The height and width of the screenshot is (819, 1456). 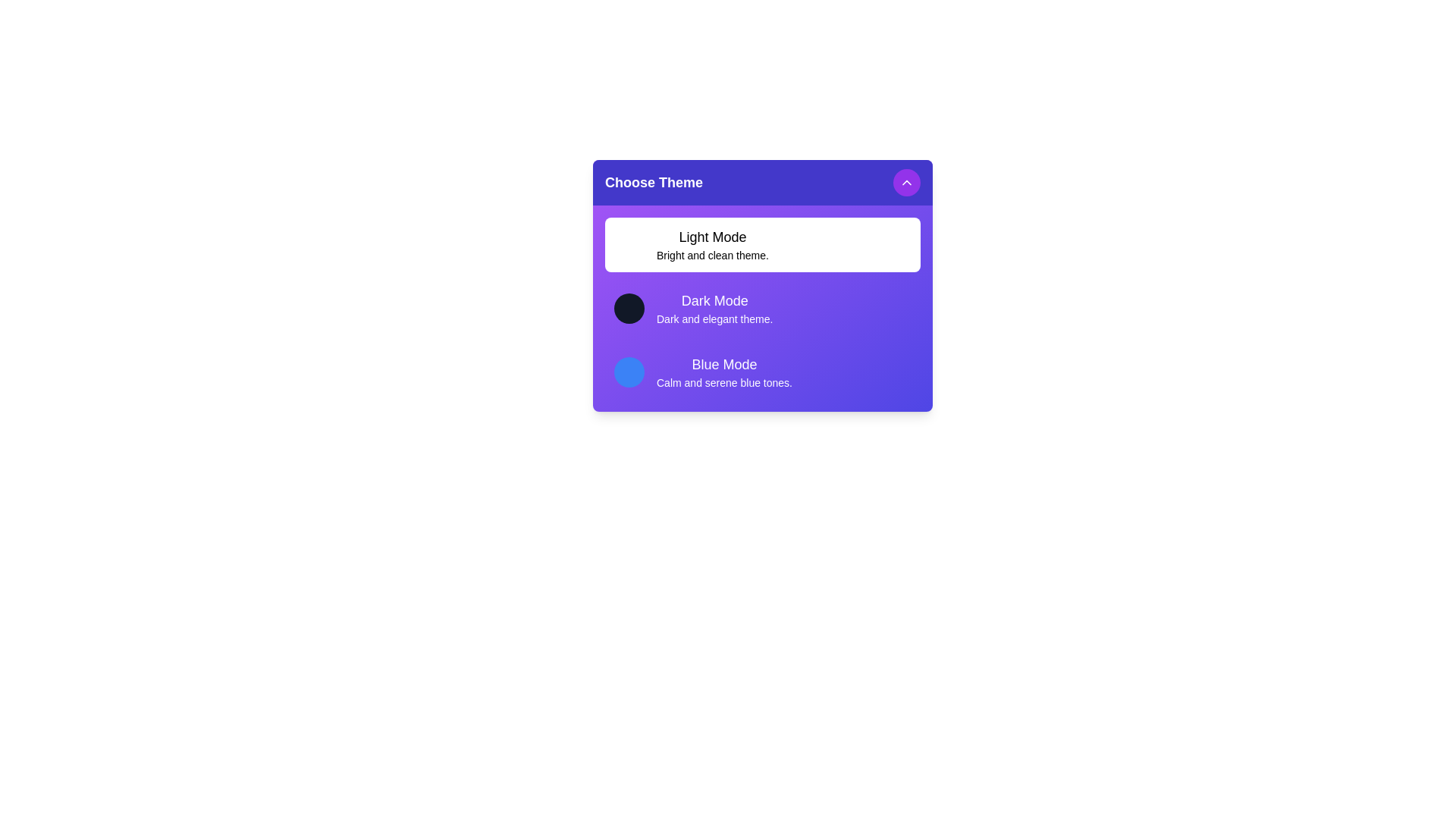 I want to click on the theme preview color circle for Blue Mode, so click(x=629, y=372).